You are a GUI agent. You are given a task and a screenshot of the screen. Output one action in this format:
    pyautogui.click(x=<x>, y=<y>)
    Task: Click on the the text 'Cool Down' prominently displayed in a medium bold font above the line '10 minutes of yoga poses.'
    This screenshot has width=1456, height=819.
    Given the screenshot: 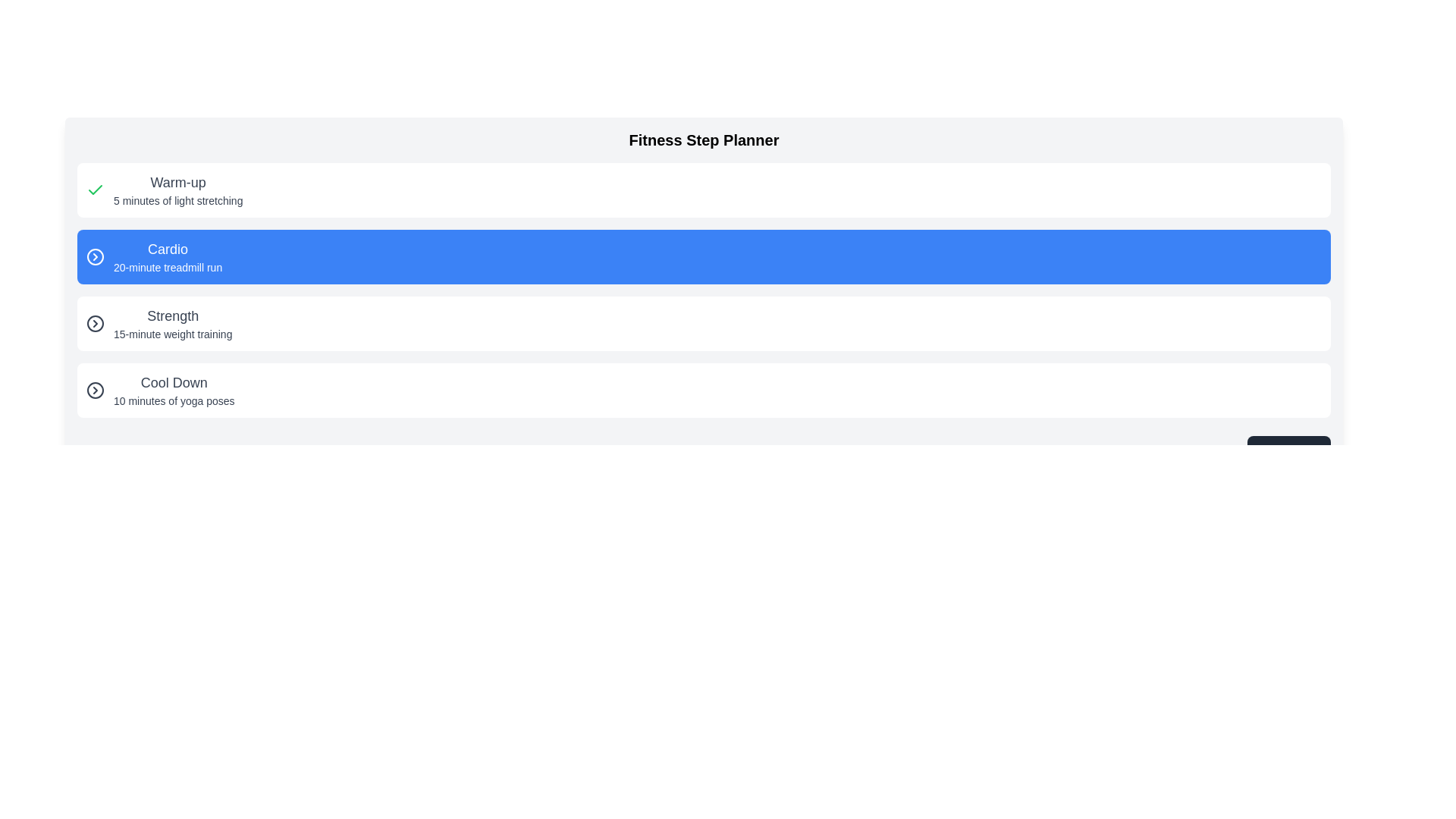 What is the action you would take?
    pyautogui.click(x=174, y=382)
    